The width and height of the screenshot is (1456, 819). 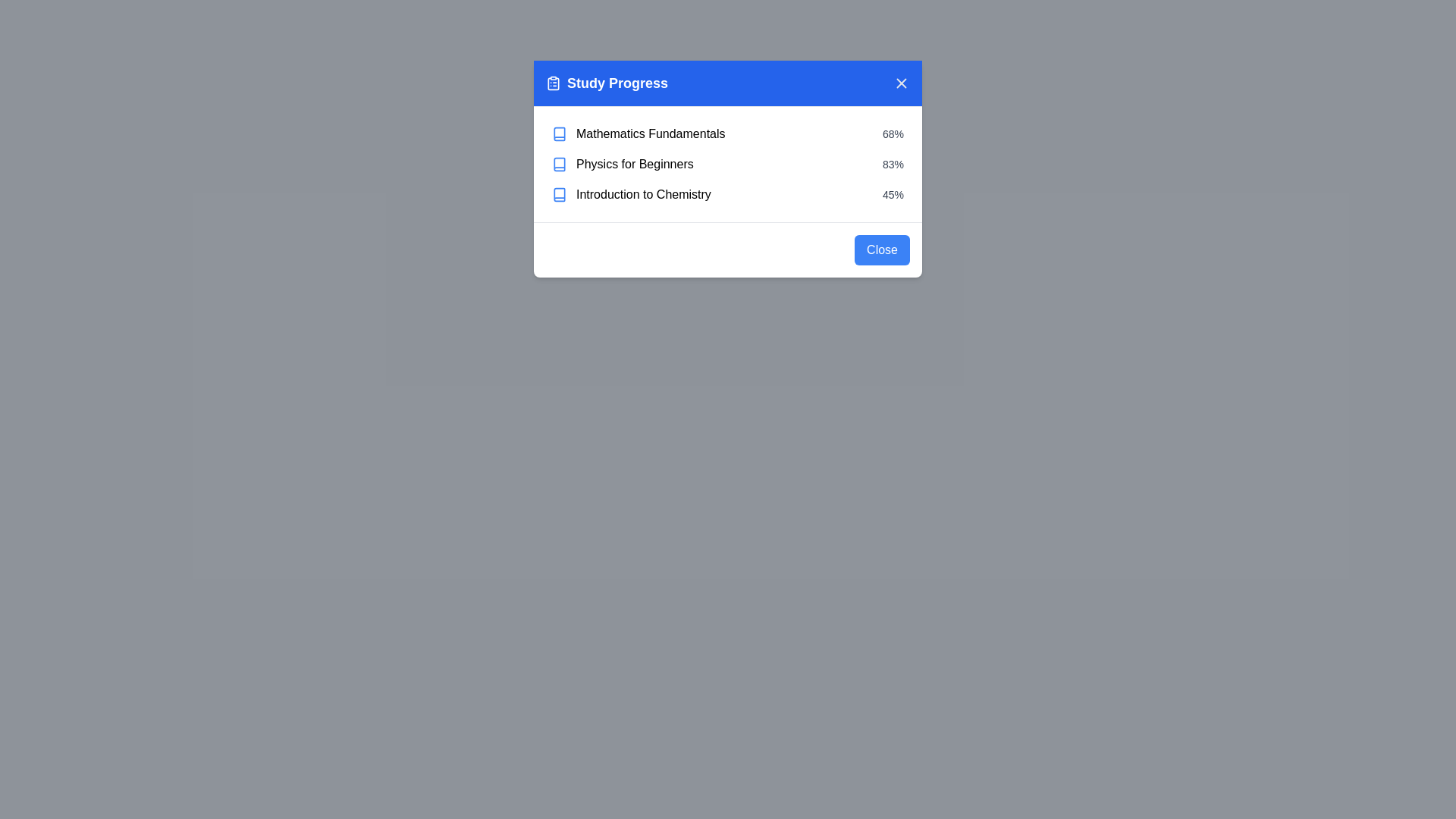 What do you see at coordinates (728, 164) in the screenshot?
I see `completion status information of the course 'Physics for Beginners' located in the second row of the vertically stacked list, positioned between 'Mathematics Fundamentals' and 'Introduction to Chemistry'` at bounding box center [728, 164].